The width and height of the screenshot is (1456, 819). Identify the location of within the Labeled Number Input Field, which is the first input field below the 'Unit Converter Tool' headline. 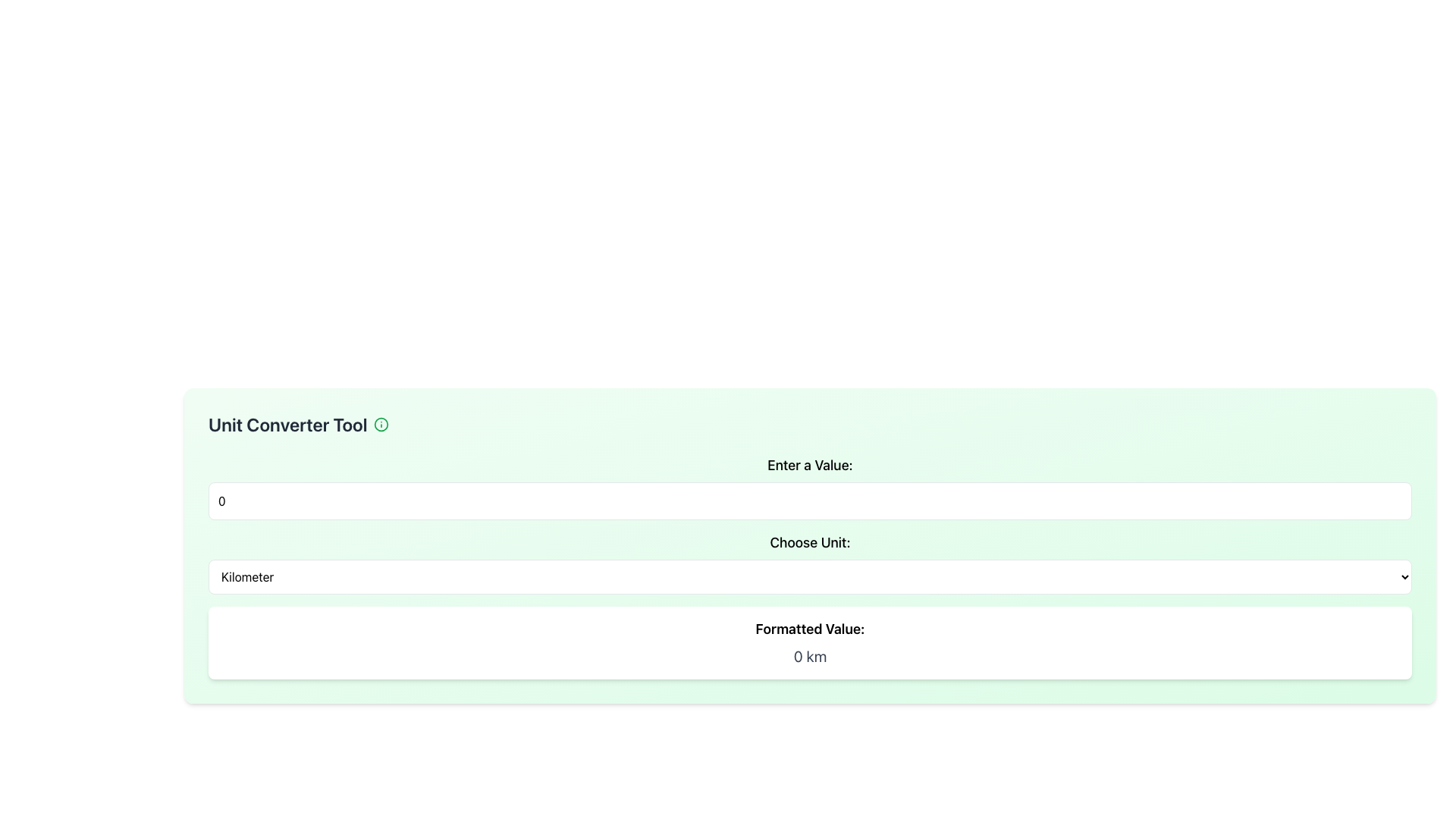
(809, 488).